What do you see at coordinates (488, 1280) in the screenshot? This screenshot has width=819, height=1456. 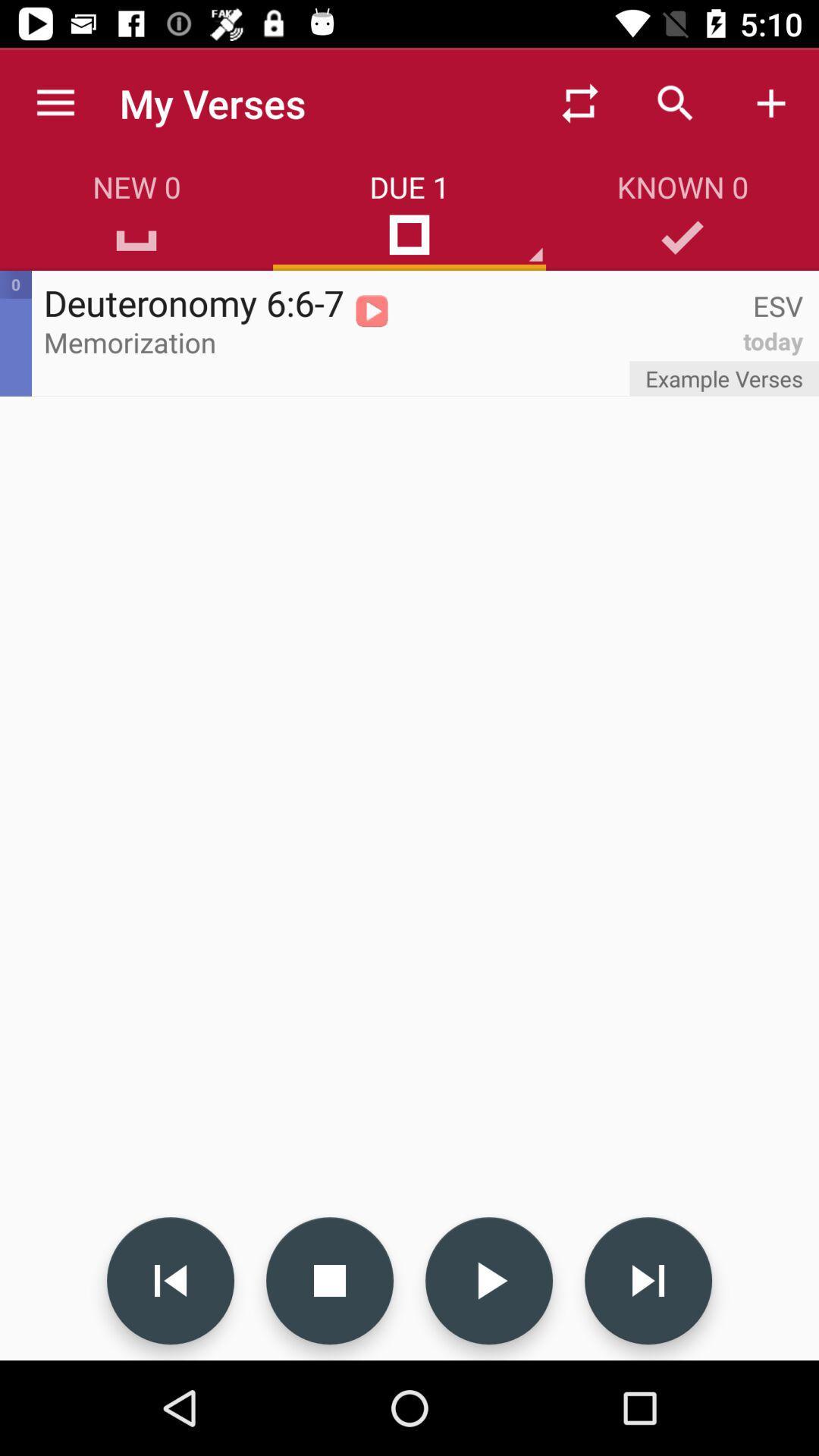 I see `play` at bounding box center [488, 1280].